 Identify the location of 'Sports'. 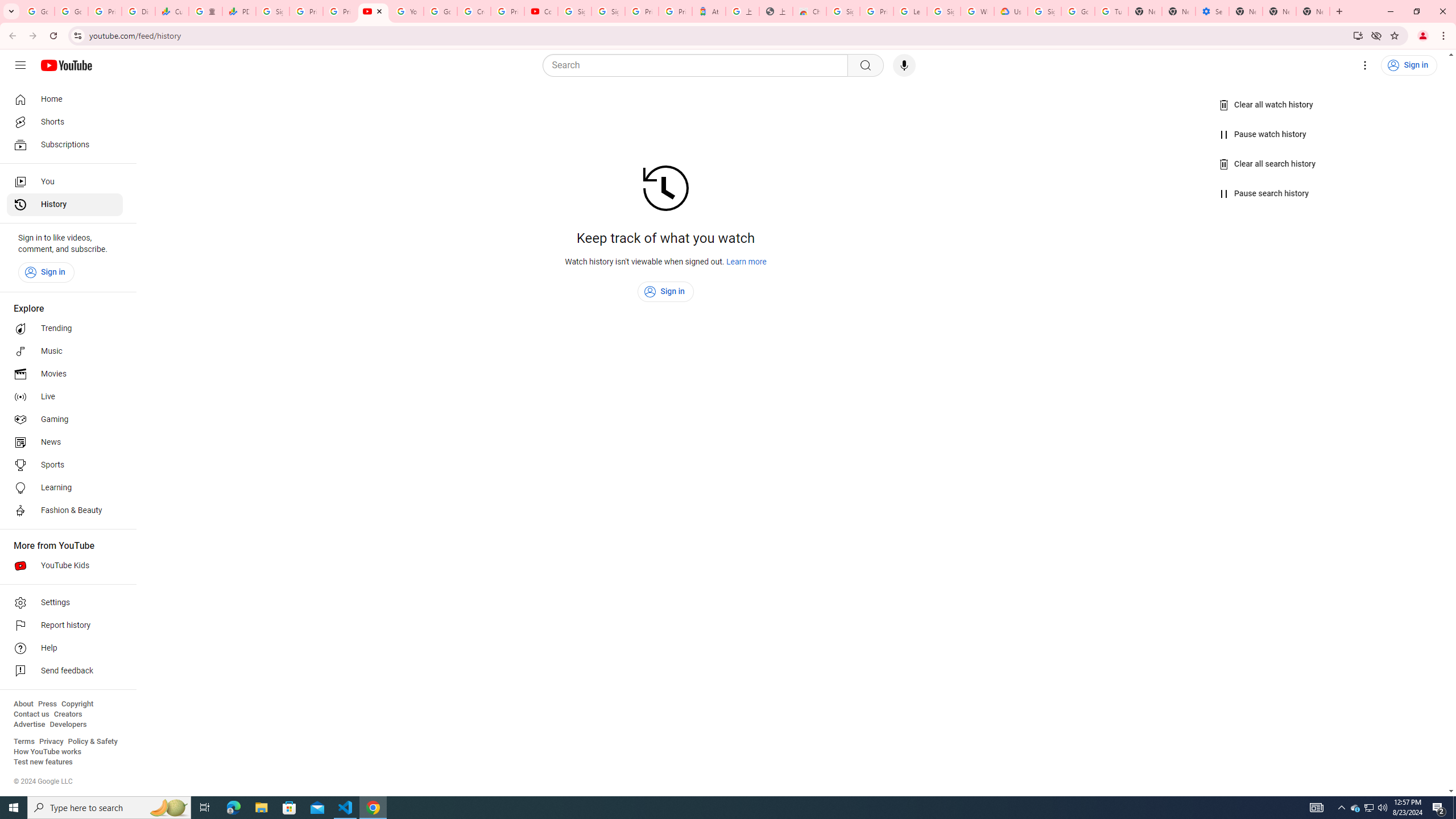
(64, 464).